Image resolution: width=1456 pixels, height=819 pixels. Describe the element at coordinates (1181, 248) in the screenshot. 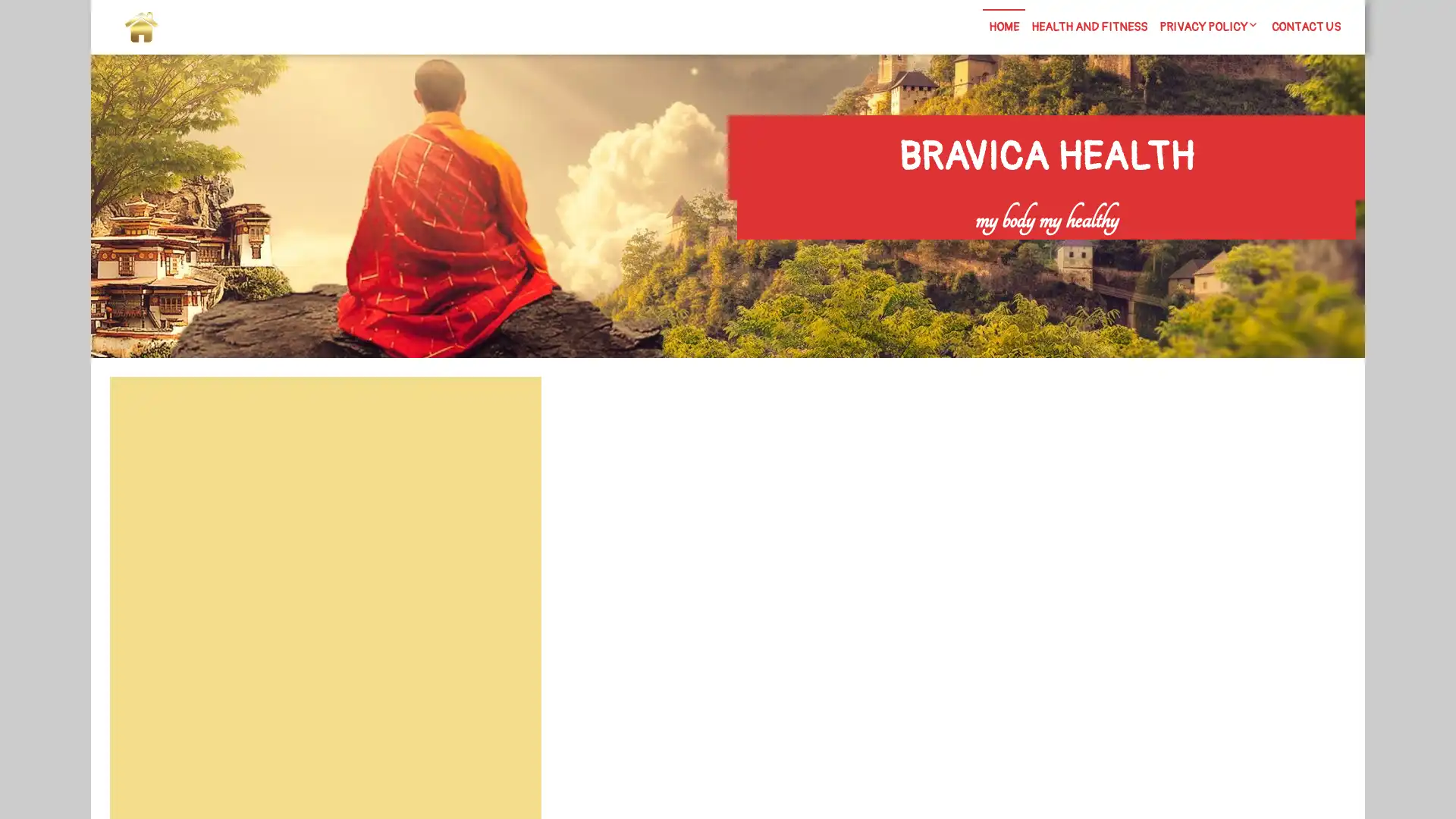

I see `Search` at that location.